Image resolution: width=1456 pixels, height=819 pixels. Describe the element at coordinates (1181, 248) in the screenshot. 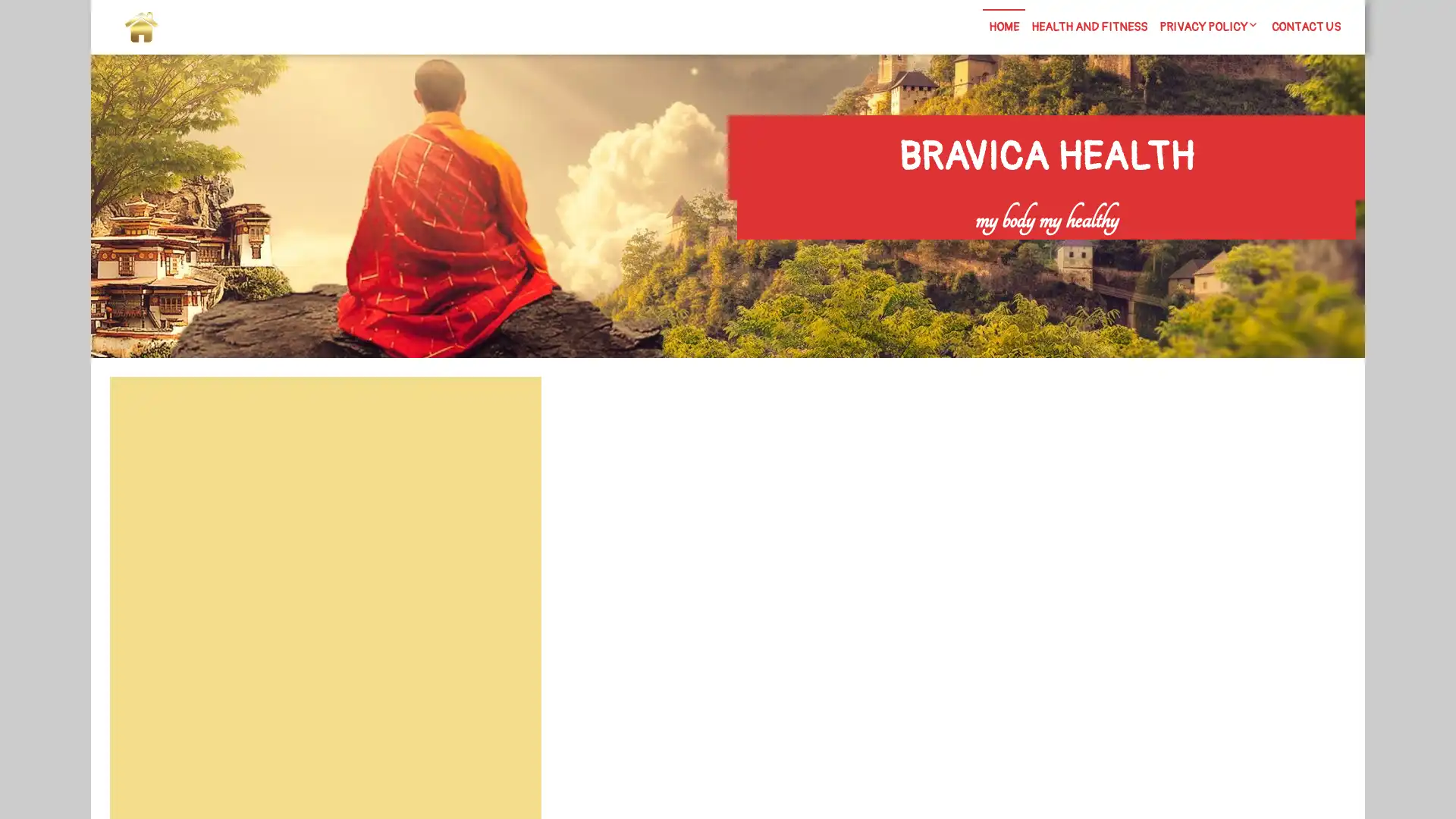

I see `Search` at that location.